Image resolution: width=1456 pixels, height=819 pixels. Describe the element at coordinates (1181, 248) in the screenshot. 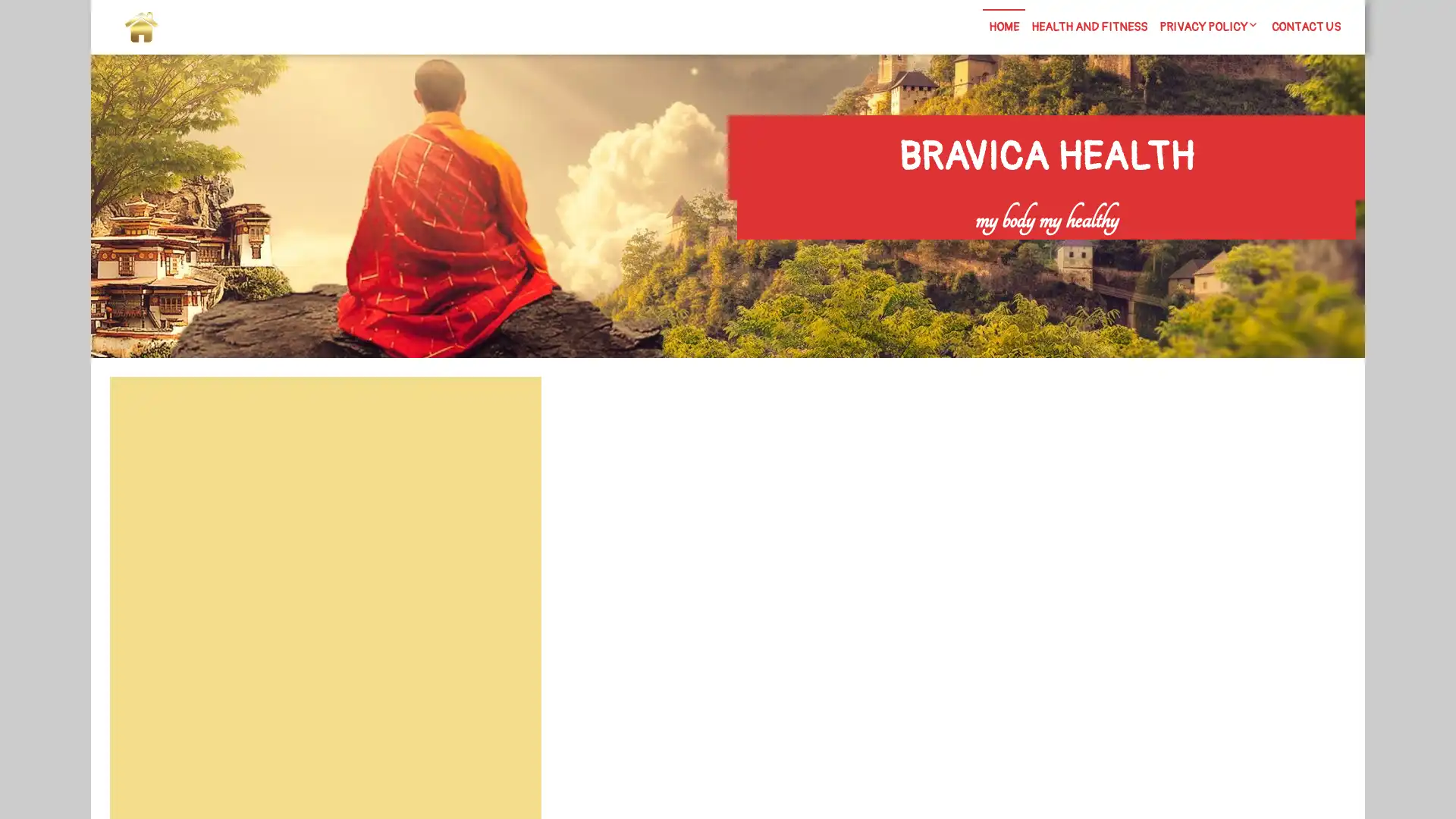

I see `Search` at that location.